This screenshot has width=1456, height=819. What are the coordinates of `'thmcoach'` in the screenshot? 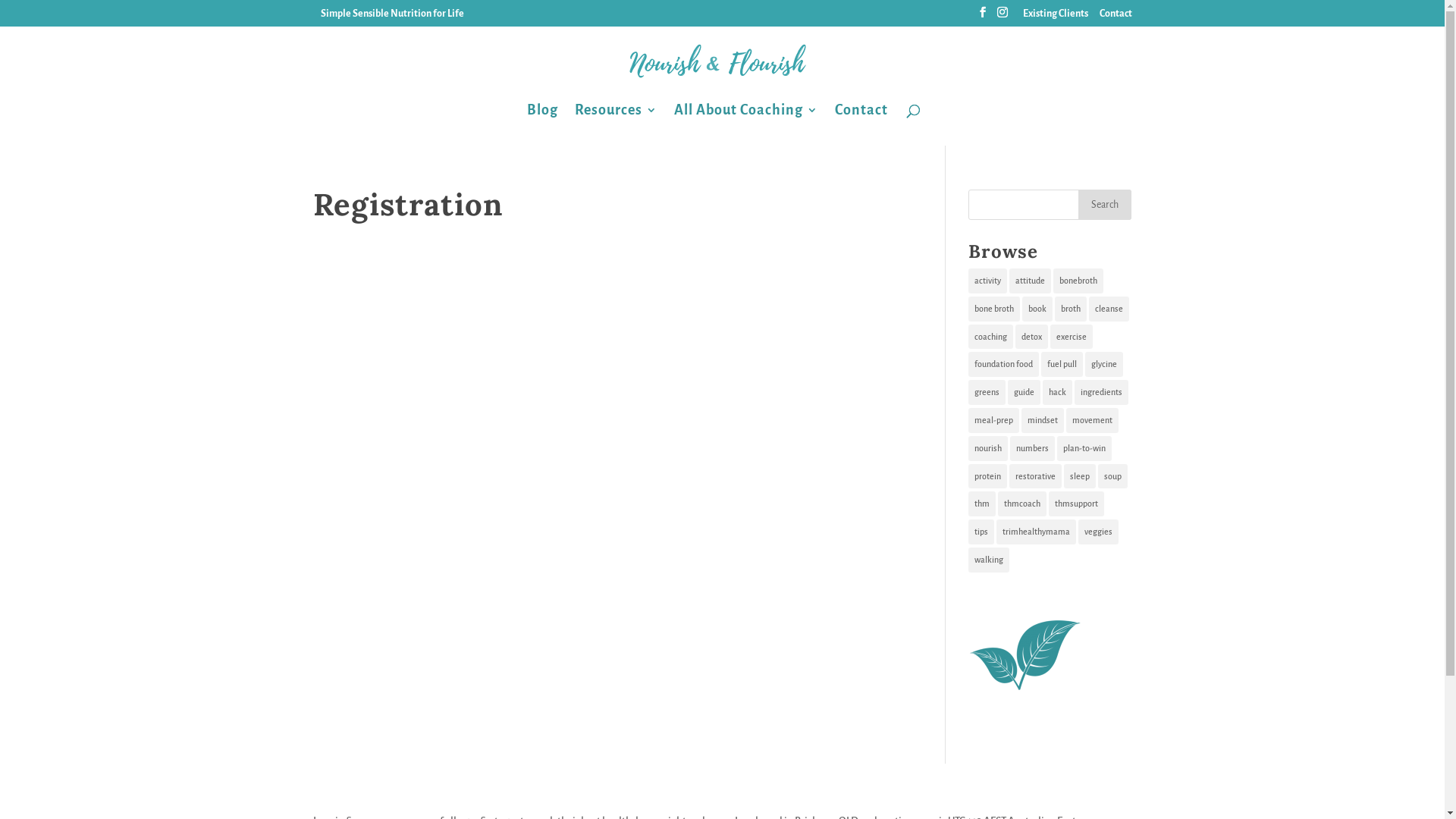 It's located at (997, 504).